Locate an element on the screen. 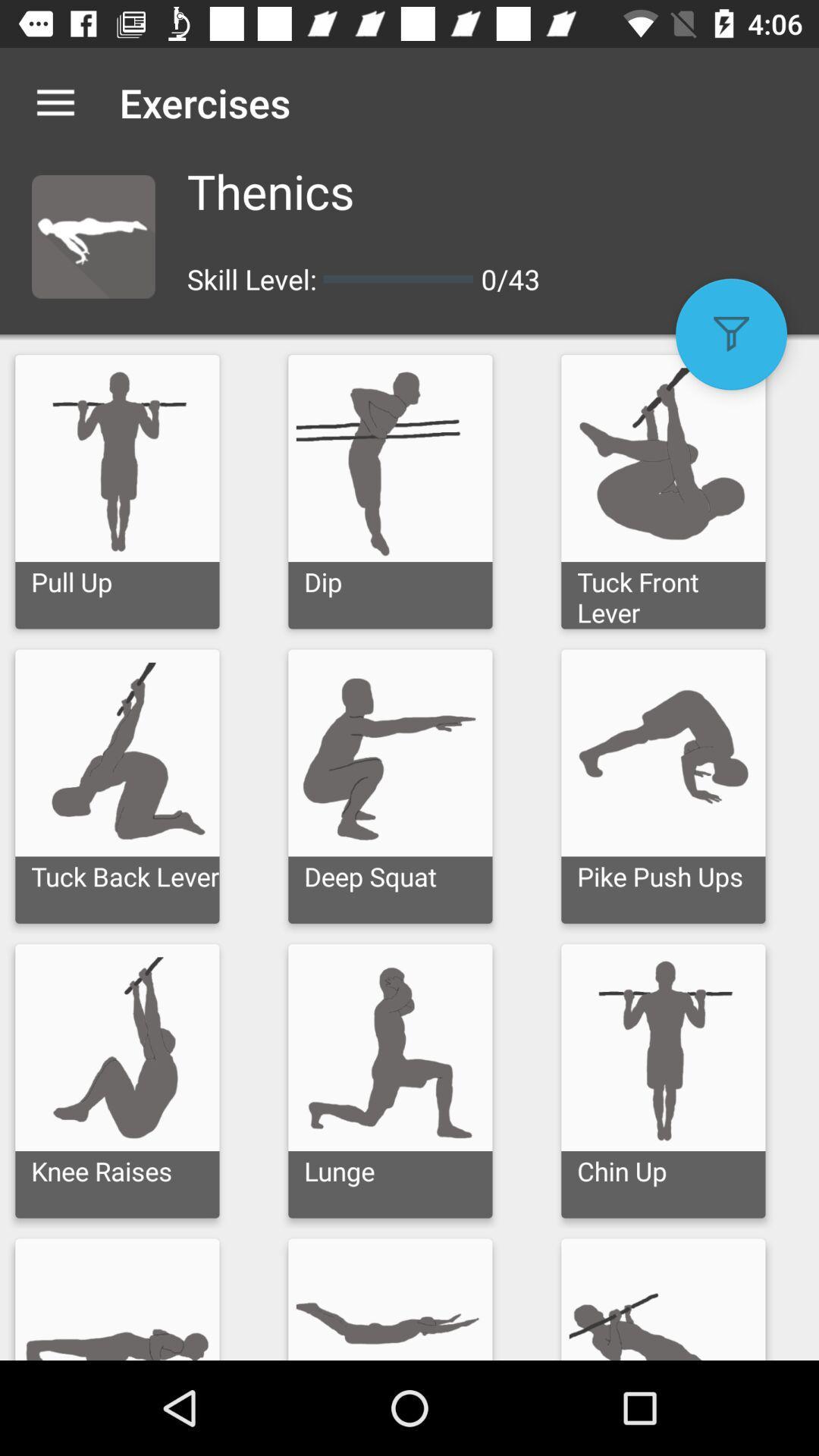 This screenshot has width=819, height=1456. the item to the left of exercises icon is located at coordinates (55, 102).